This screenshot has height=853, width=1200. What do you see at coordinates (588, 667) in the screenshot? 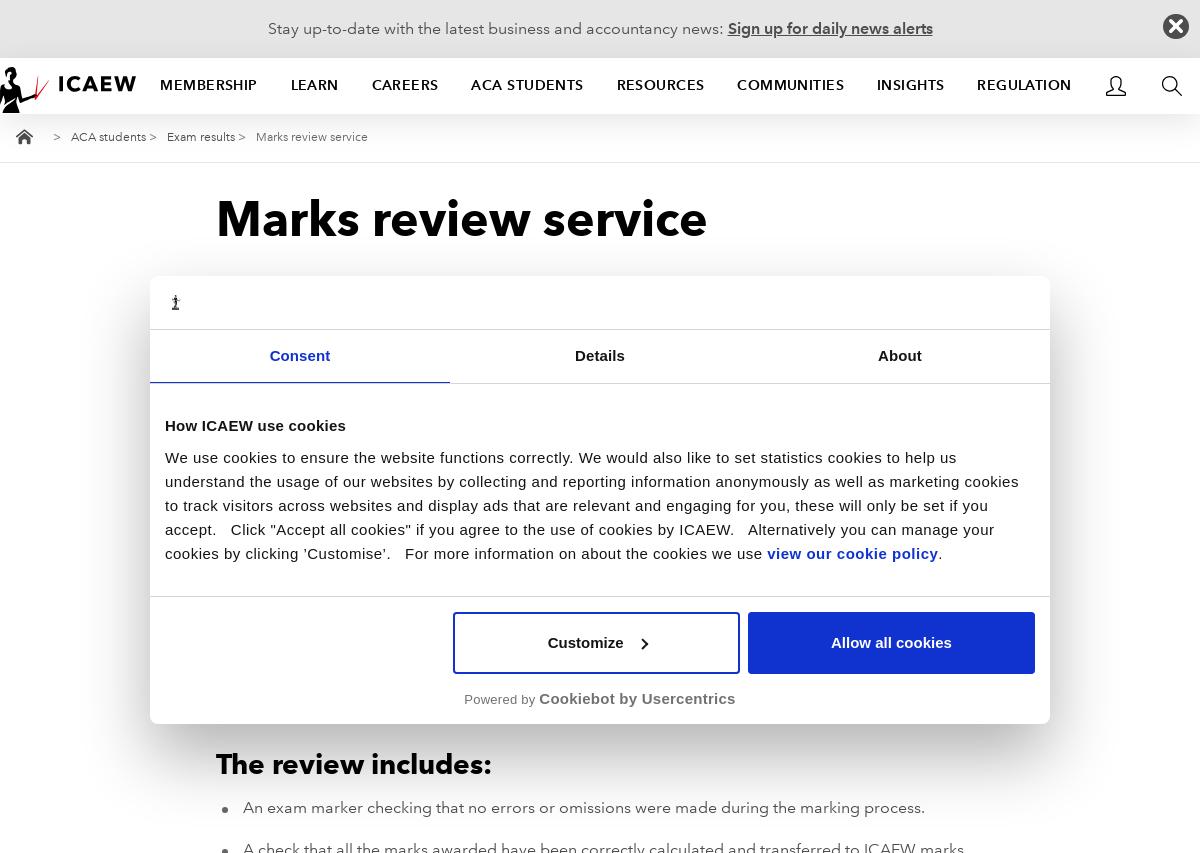
I see `'Examinations'` at bounding box center [588, 667].